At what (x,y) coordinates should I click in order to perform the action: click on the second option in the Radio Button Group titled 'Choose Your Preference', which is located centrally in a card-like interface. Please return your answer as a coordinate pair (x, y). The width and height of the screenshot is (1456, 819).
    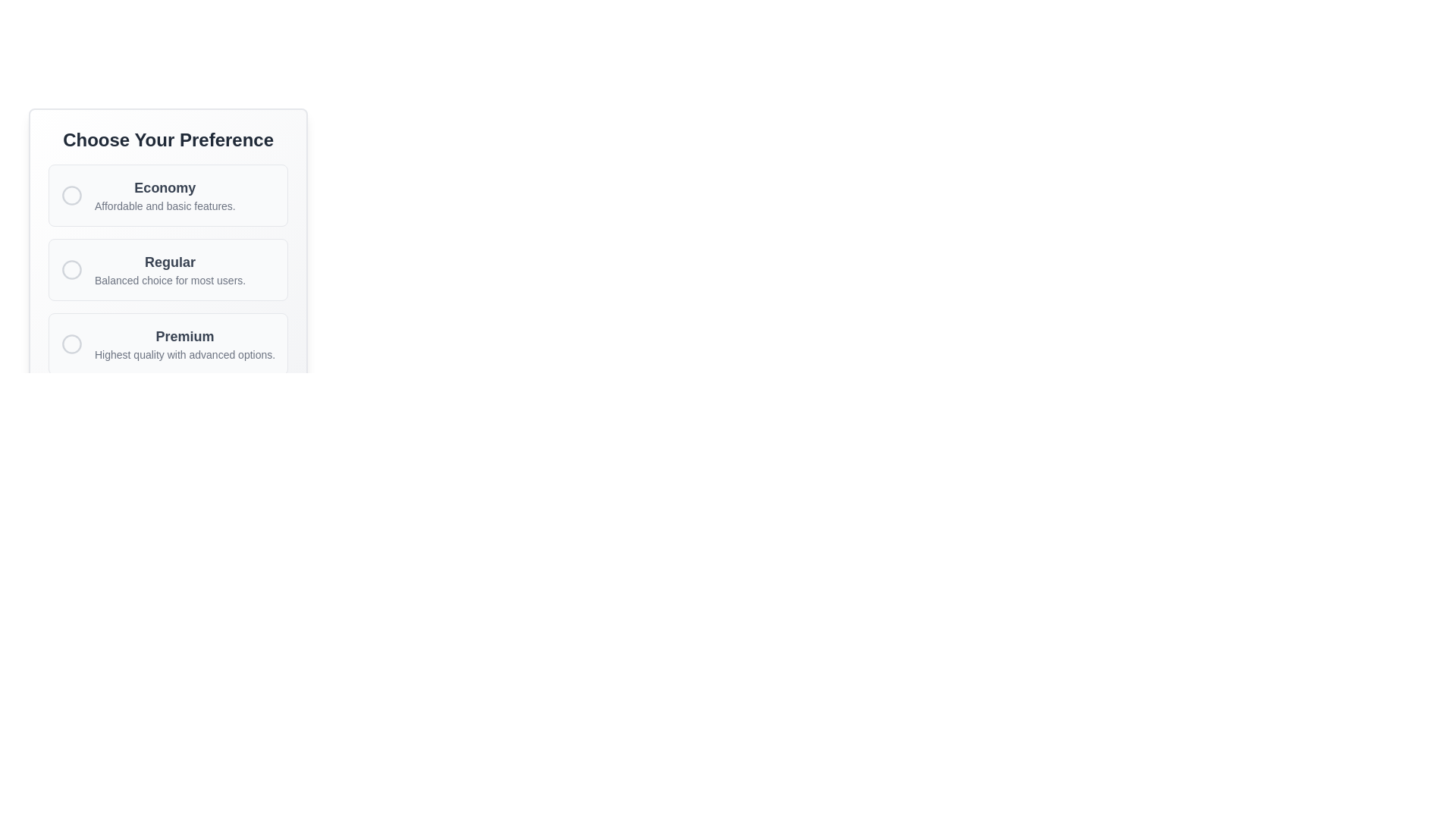
    Looking at the image, I should click on (168, 268).